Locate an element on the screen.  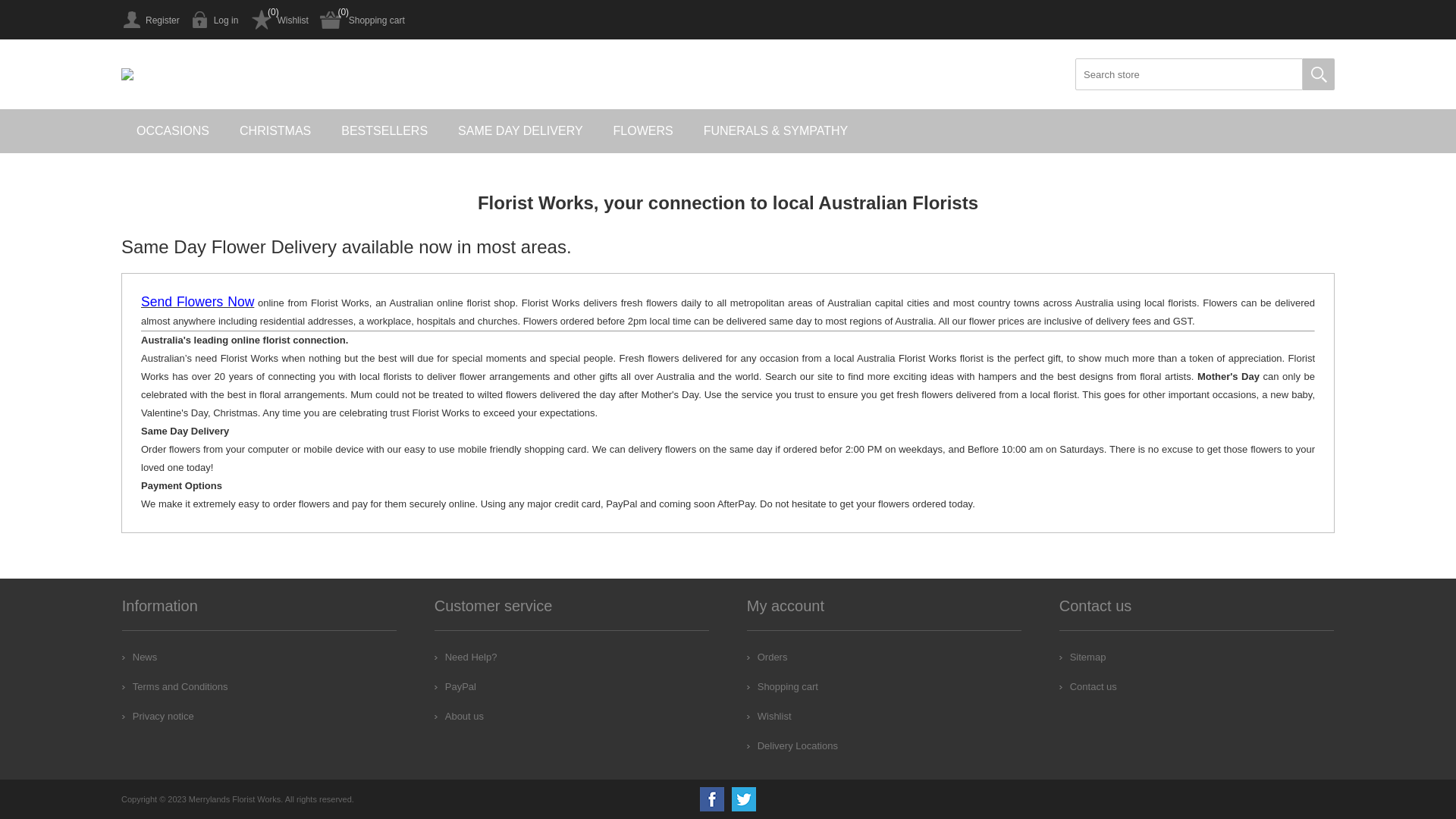
'FLOWERS' is located at coordinates (643, 130).